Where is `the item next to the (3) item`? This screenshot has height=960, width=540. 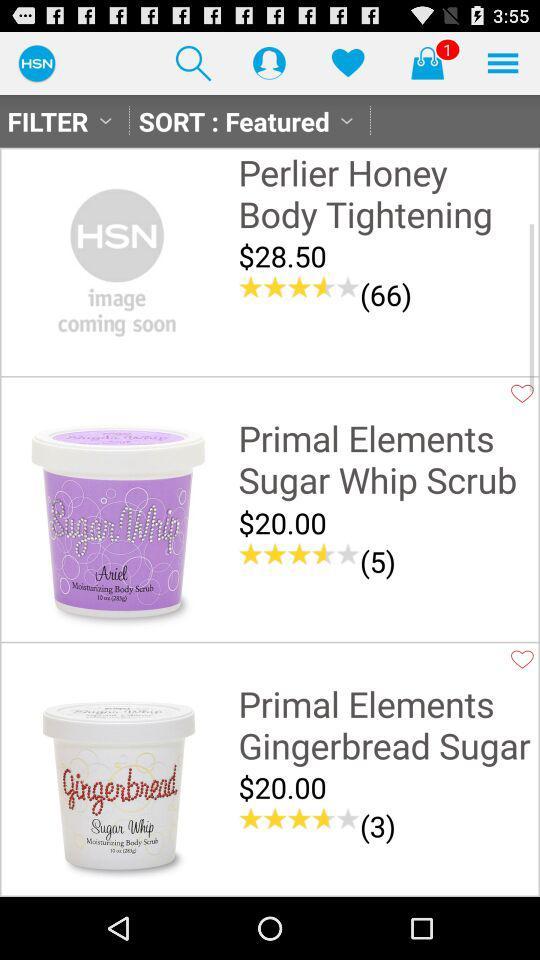
the item next to the (3) item is located at coordinates (298, 819).